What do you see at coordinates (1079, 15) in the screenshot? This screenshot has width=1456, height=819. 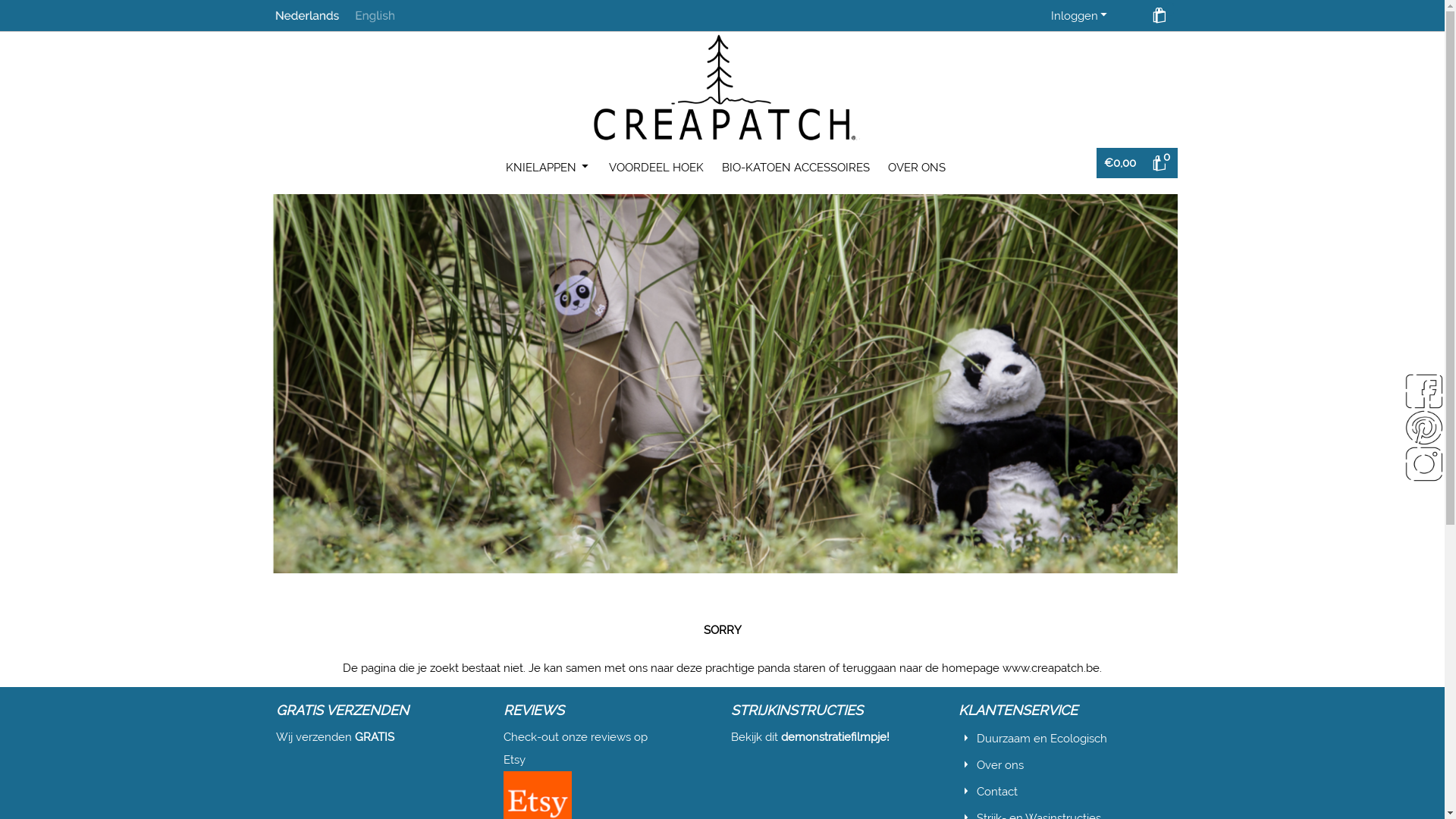 I see `'Inloggen'` at bounding box center [1079, 15].